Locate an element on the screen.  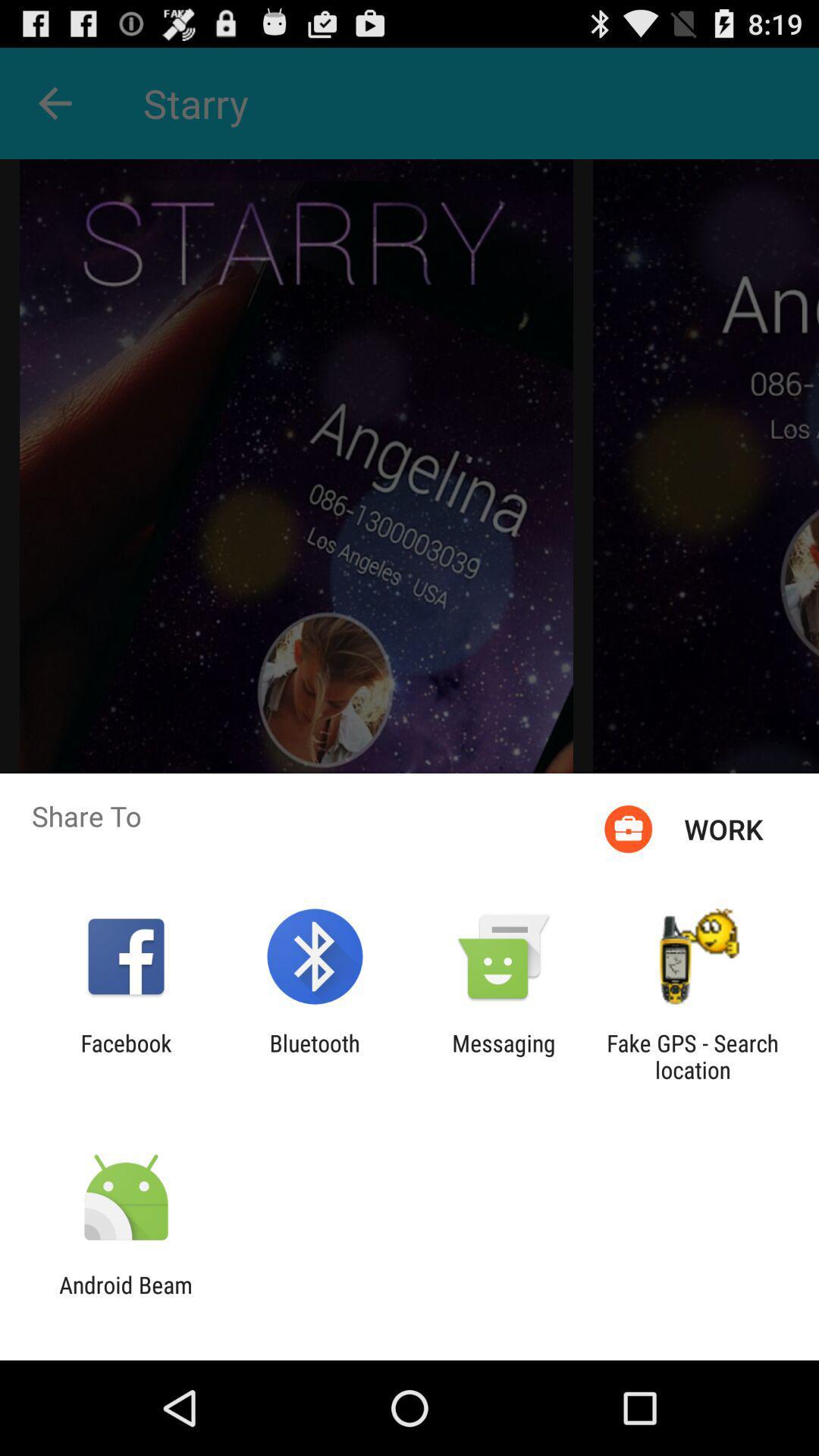
app next to the facebook item is located at coordinates (314, 1056).